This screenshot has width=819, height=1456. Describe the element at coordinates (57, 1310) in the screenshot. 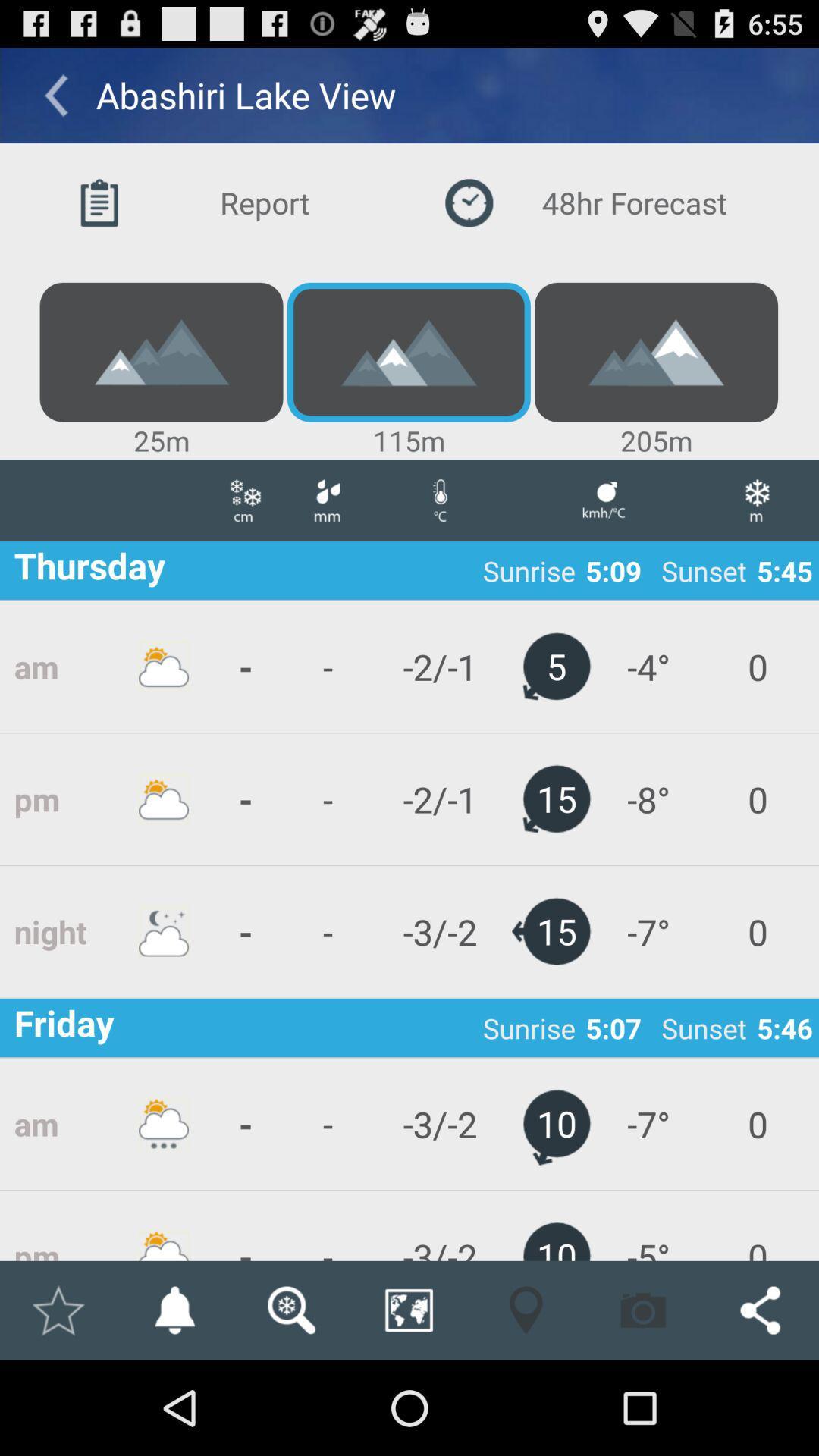

I see `the item below the pm item` at that location.